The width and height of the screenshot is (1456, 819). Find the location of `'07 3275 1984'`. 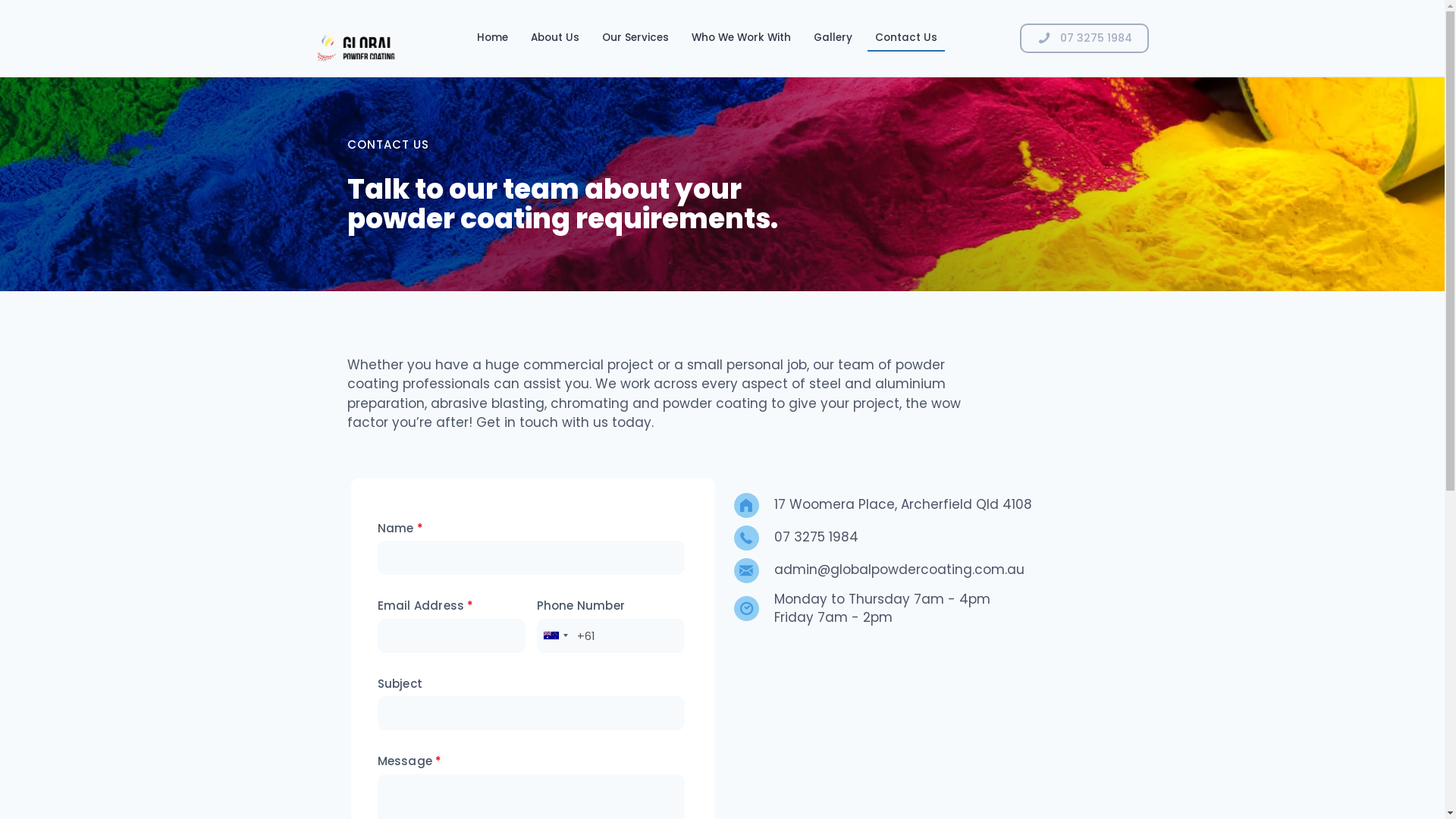

'07 3275 1984' is located at coordinates (773, 536).